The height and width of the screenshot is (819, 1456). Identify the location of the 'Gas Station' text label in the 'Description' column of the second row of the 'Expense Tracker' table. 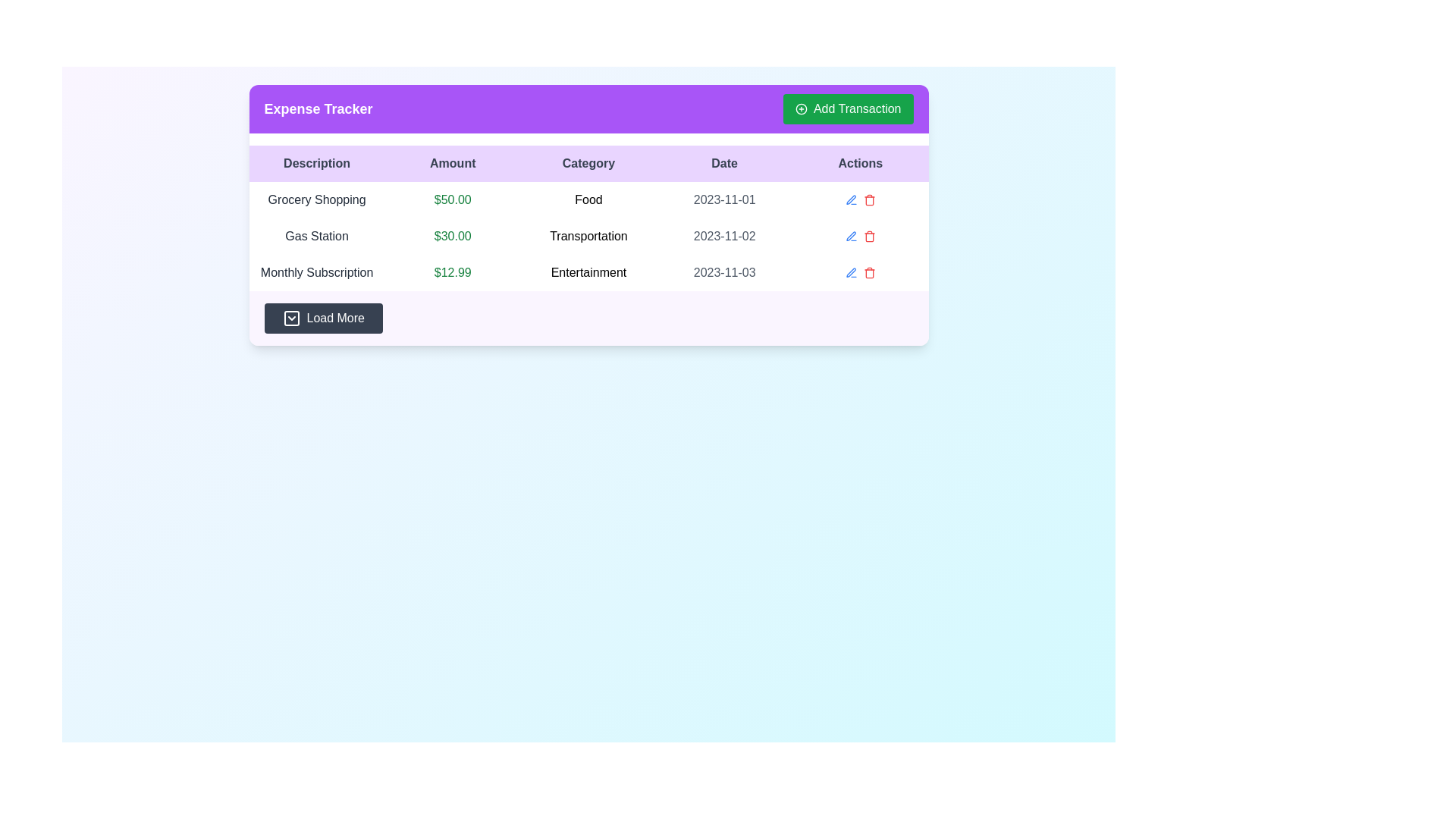
(316, 237).